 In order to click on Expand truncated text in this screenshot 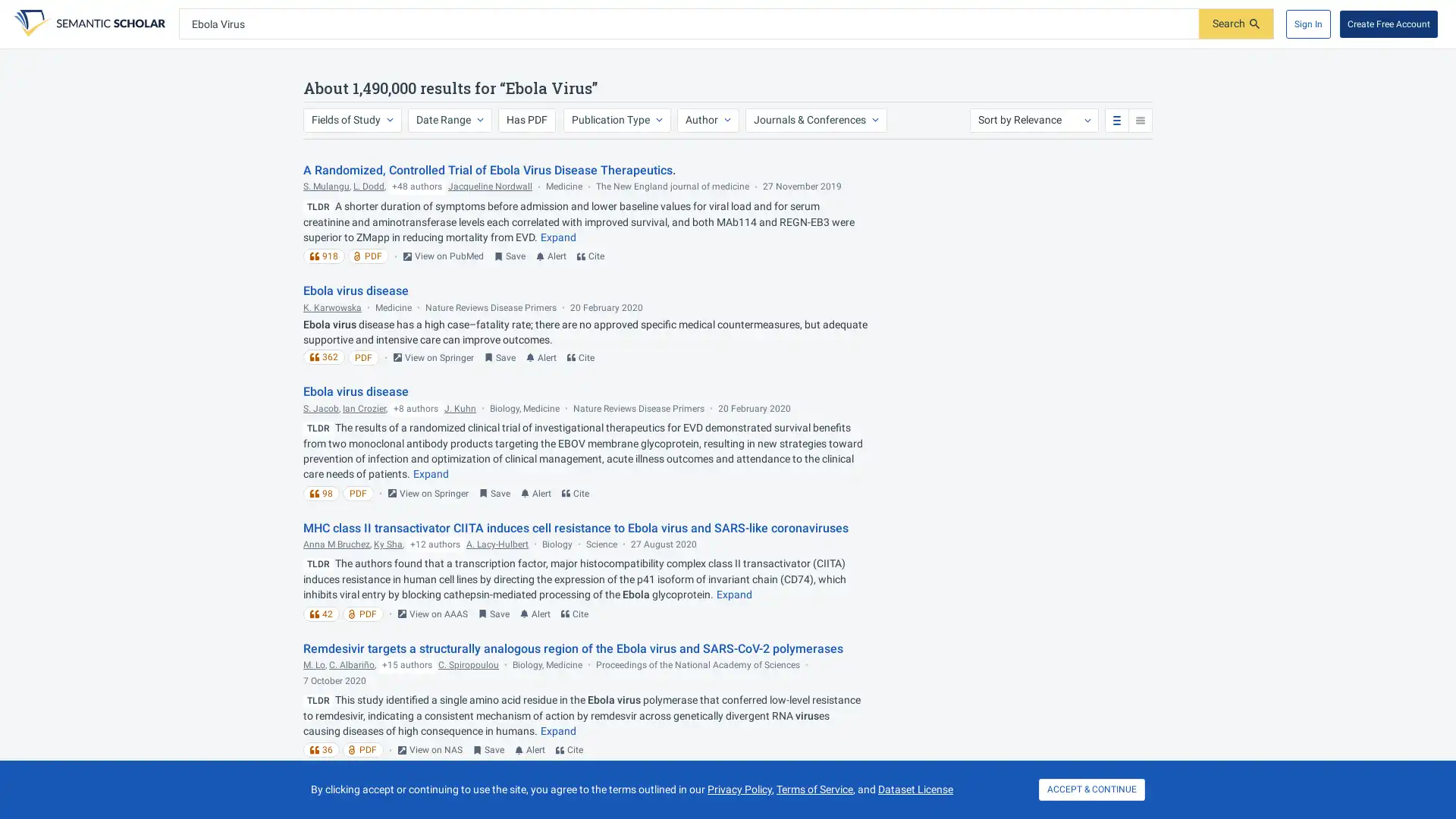, I will do `click(557, 730)`.